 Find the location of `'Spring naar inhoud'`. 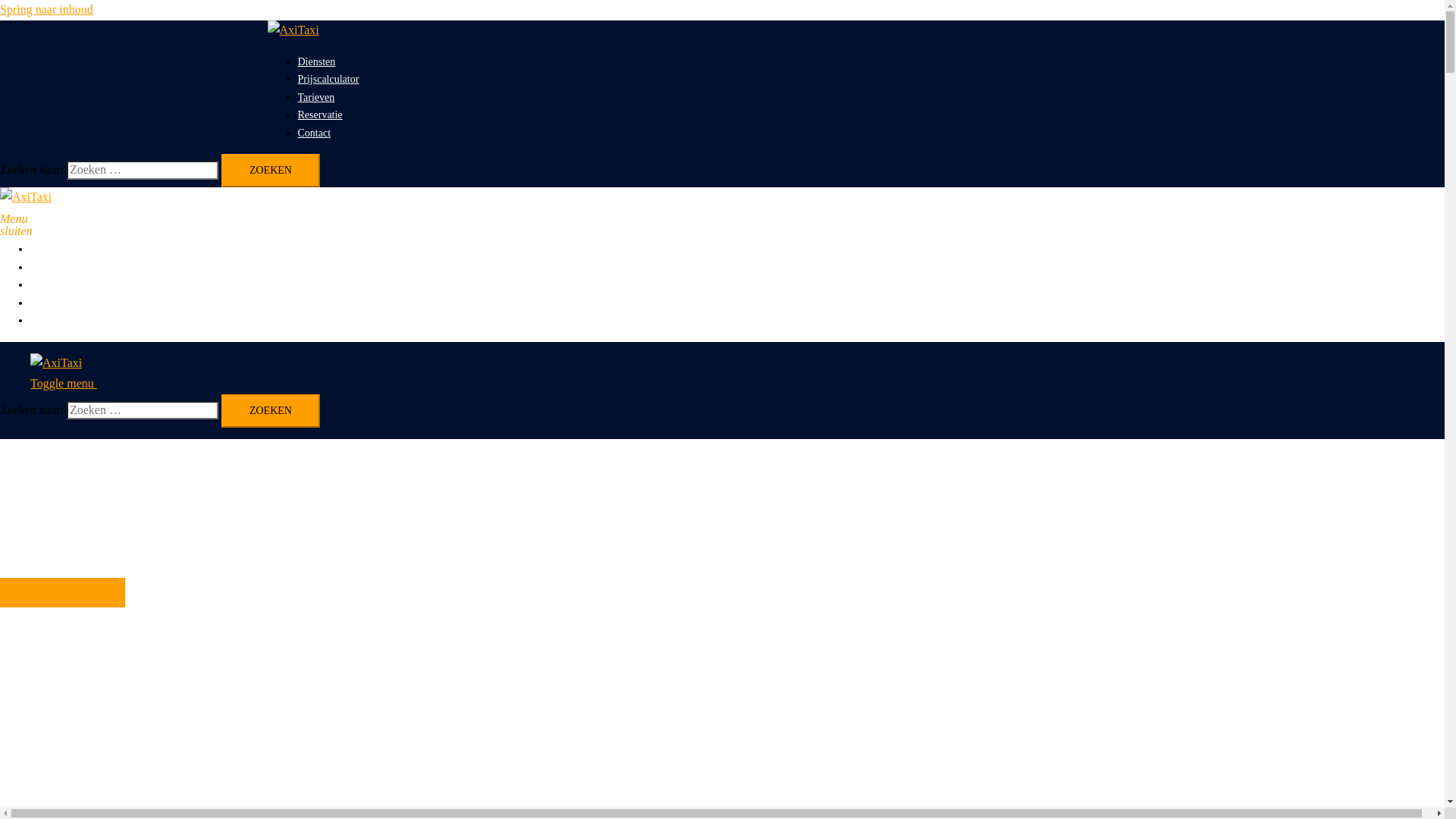

'Spring naar inhoud' is located at coordinates (46, 9).